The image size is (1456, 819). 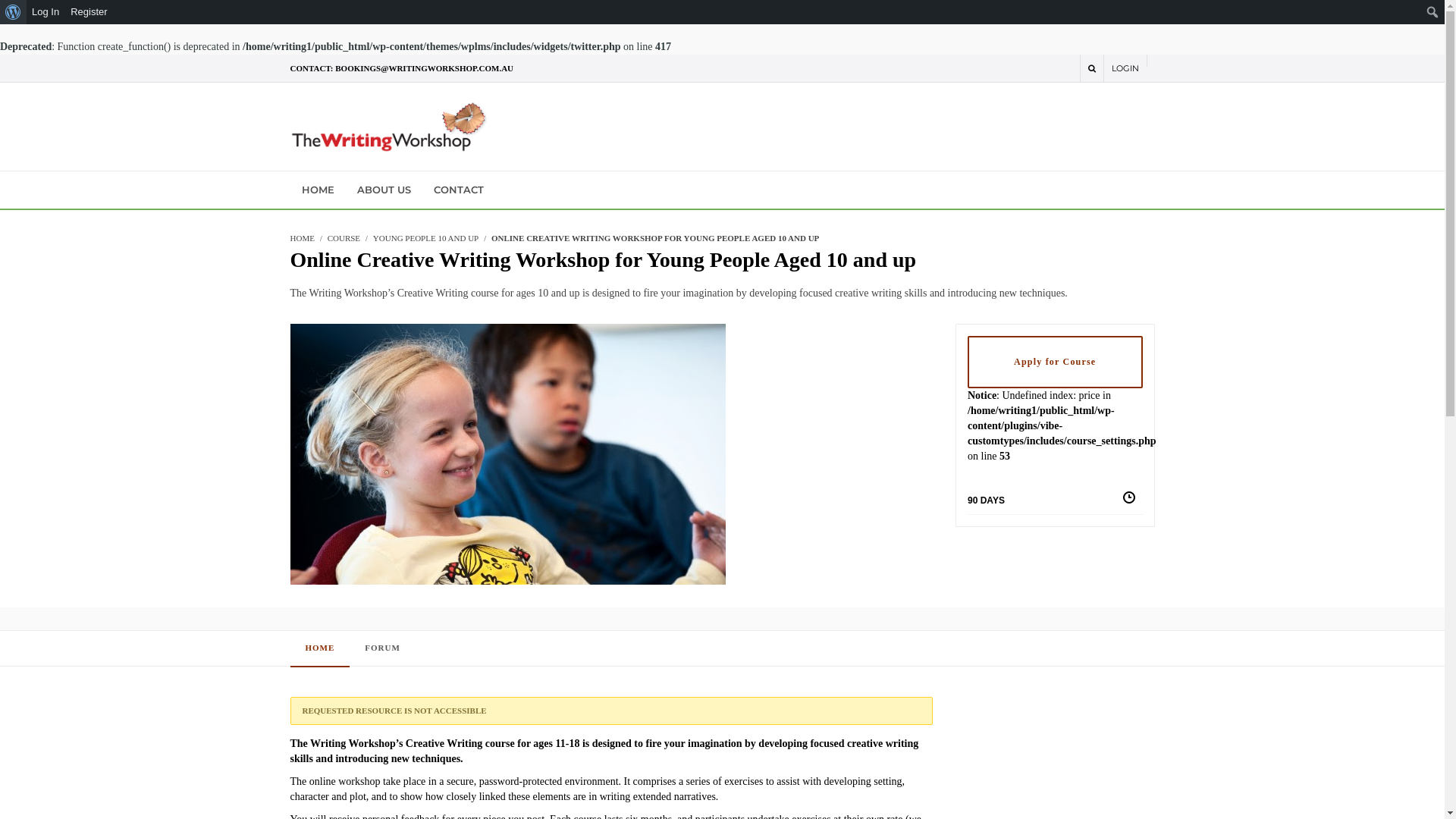 What do you see at coordinates (343, 237) in the screenshot?
I see `'COURSE'` at bounding box center [343, 237].